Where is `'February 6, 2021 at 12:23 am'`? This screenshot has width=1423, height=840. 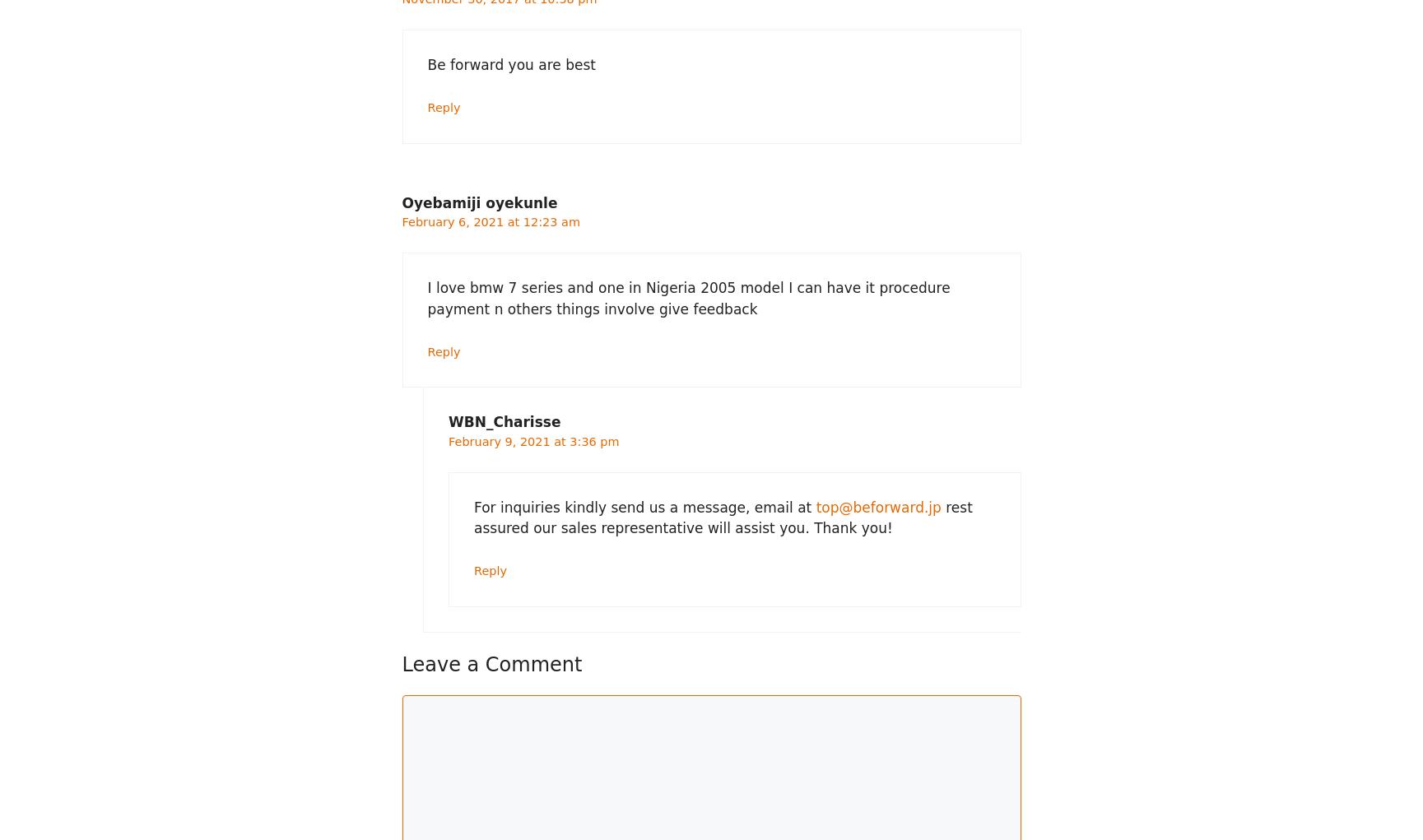 'February 6, 2021 at 12:23 am' is located at coordinates (490, 220).